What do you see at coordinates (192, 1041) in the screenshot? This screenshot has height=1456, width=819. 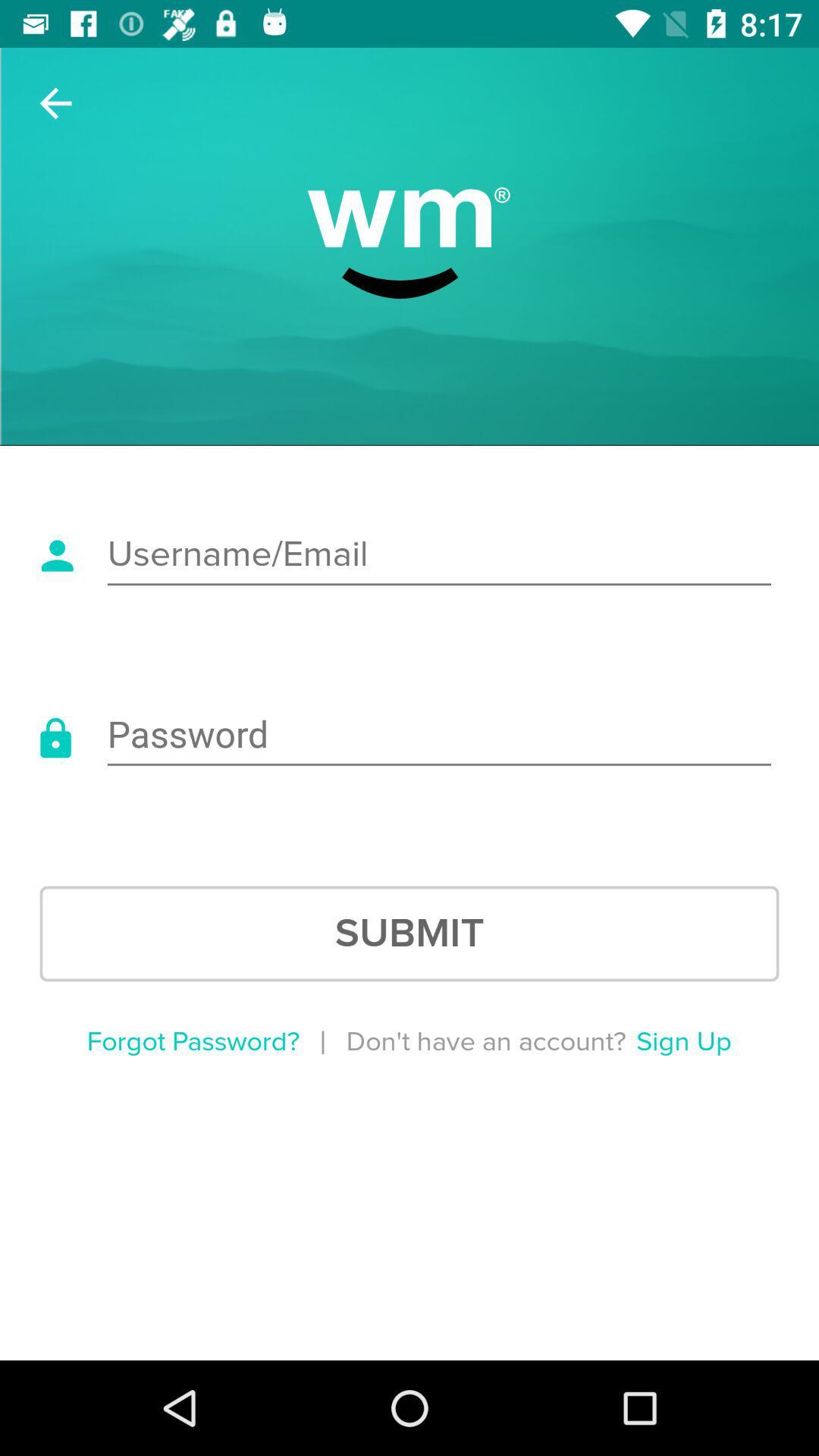 I see `the item next to the | item` at bounding box center [192, 1041].